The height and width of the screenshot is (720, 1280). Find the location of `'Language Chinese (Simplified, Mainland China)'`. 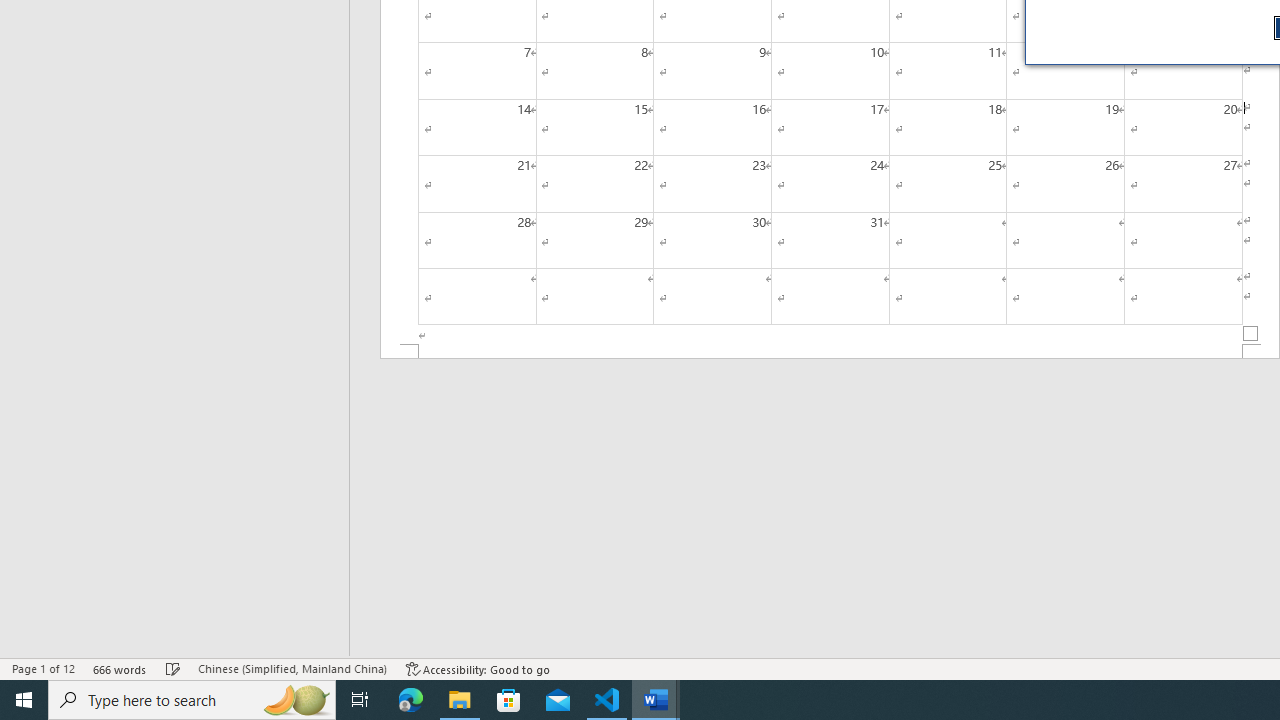

'Language Chinese (Simplified, Mainland China)' is located at coordinates (291, 669).